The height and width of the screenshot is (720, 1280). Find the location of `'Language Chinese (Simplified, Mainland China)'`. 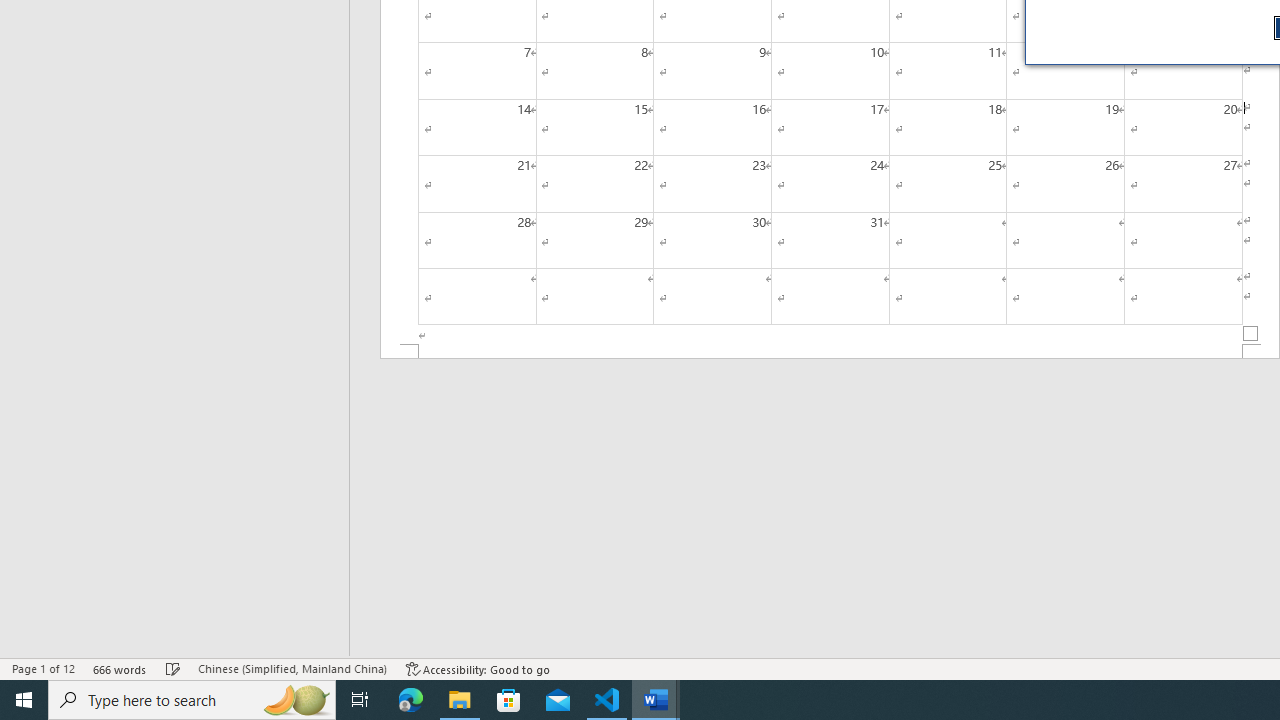

'Language Chinese (Simplified, Mainland China)' is located at coordinates (291, 669).